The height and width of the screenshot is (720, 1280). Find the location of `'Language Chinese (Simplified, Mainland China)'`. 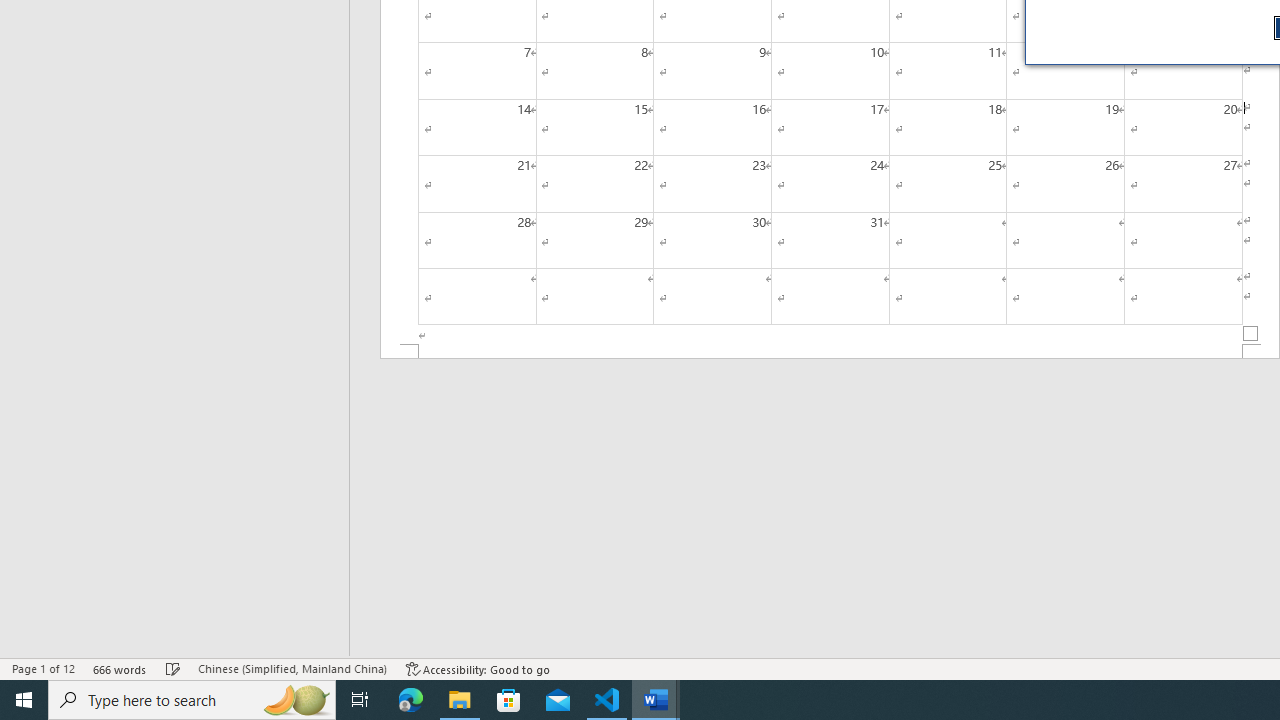

'Language Chinese (Simplified, Mainland China)' is located at coordinates (291, 669).